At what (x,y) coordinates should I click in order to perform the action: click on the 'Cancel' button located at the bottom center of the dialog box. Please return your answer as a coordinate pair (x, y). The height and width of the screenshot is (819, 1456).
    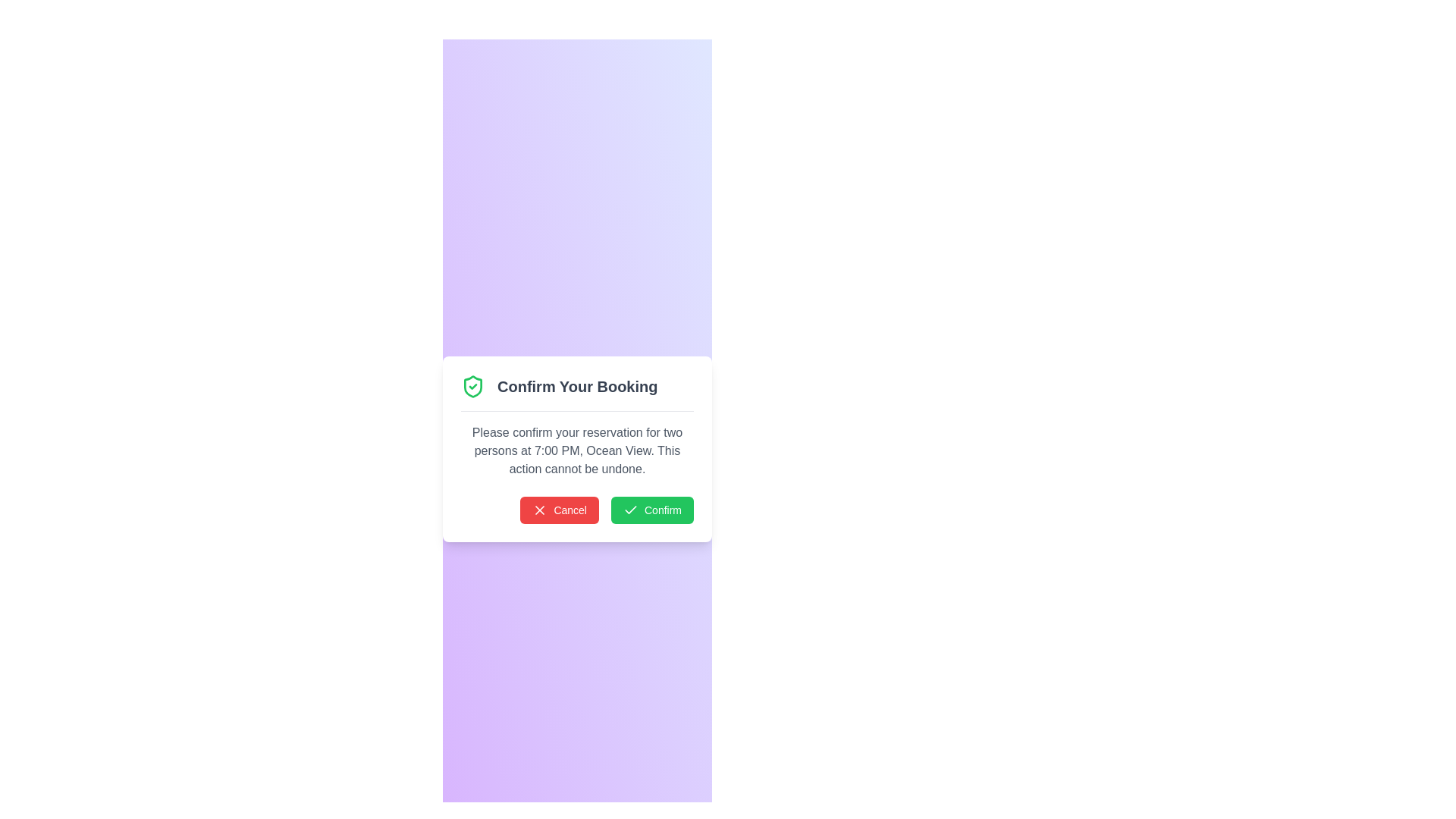
    Looking at the image, I should click on (570, 510).